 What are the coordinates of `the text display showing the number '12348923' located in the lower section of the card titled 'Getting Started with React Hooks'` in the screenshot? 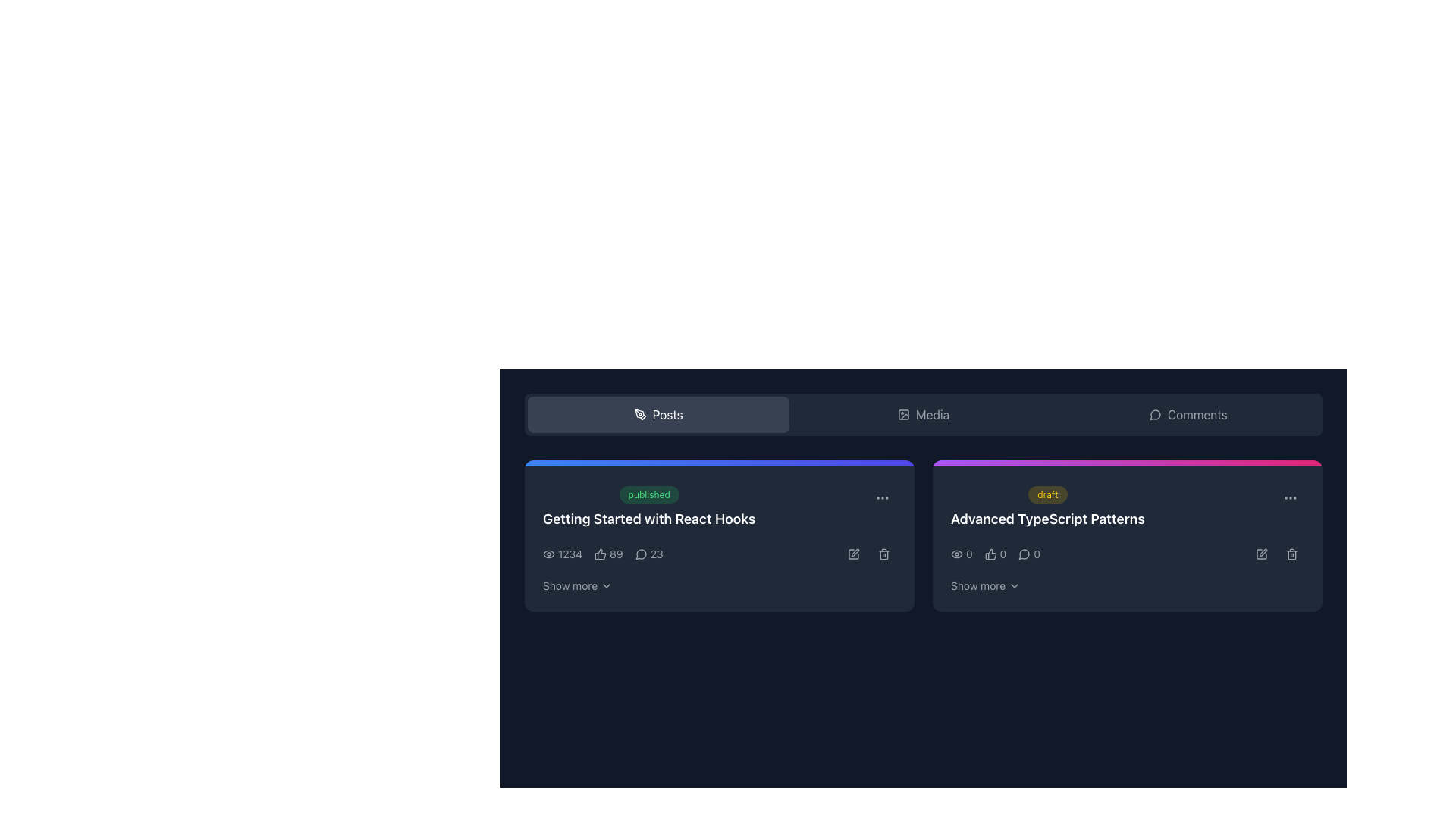 It's located at (719, 554).